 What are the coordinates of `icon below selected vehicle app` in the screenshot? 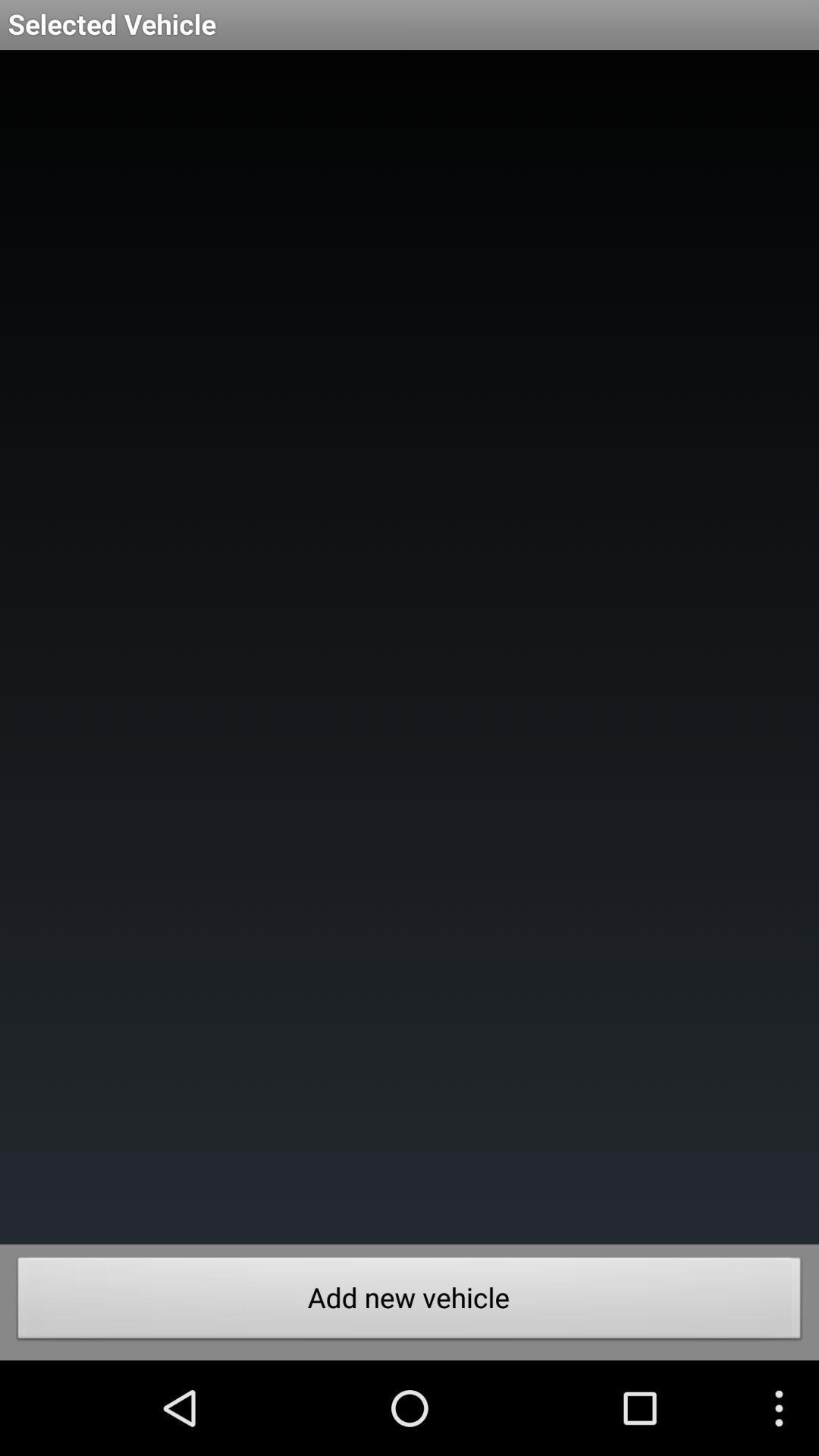 It's located at (409, 647).